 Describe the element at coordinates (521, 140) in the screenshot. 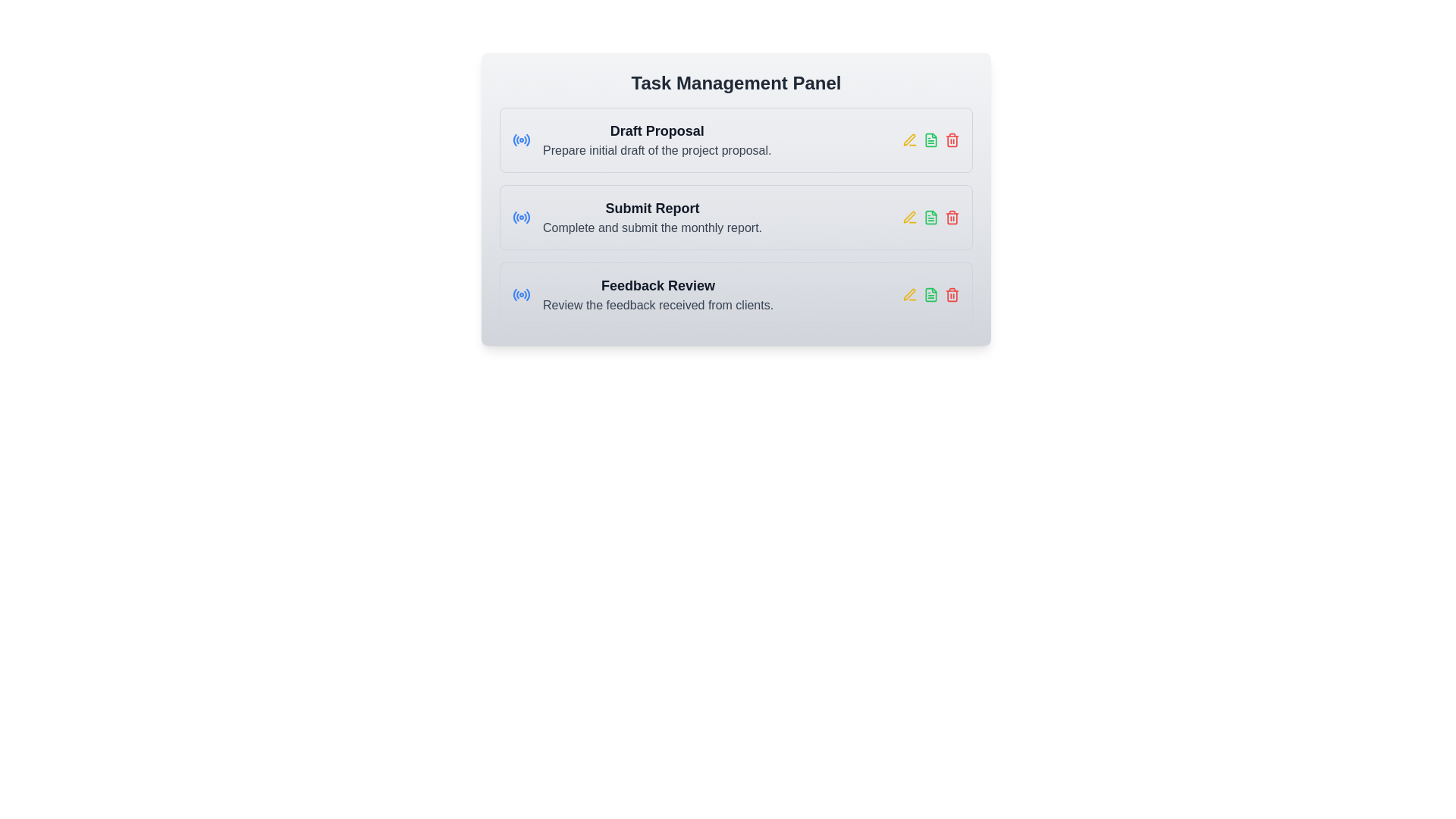

I see `the blue circular radiating pattern icon located to the left of the 'Draft Proposal' task entry` at that location.